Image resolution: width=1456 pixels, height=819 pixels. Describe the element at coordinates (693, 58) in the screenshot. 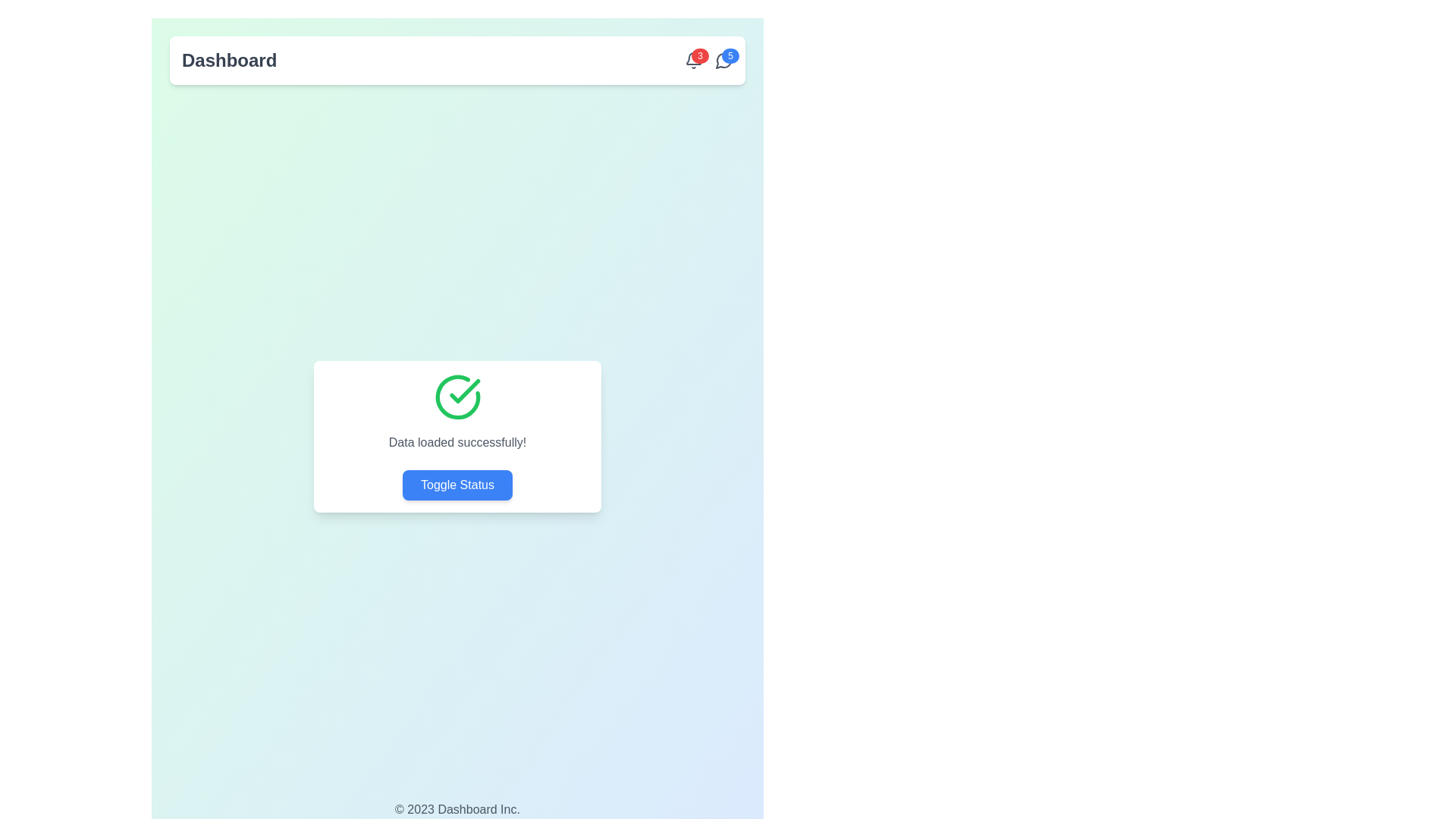

I see `the curved line element of the bell-shaped notification icon located at the top-right corner of the interface` at that location.